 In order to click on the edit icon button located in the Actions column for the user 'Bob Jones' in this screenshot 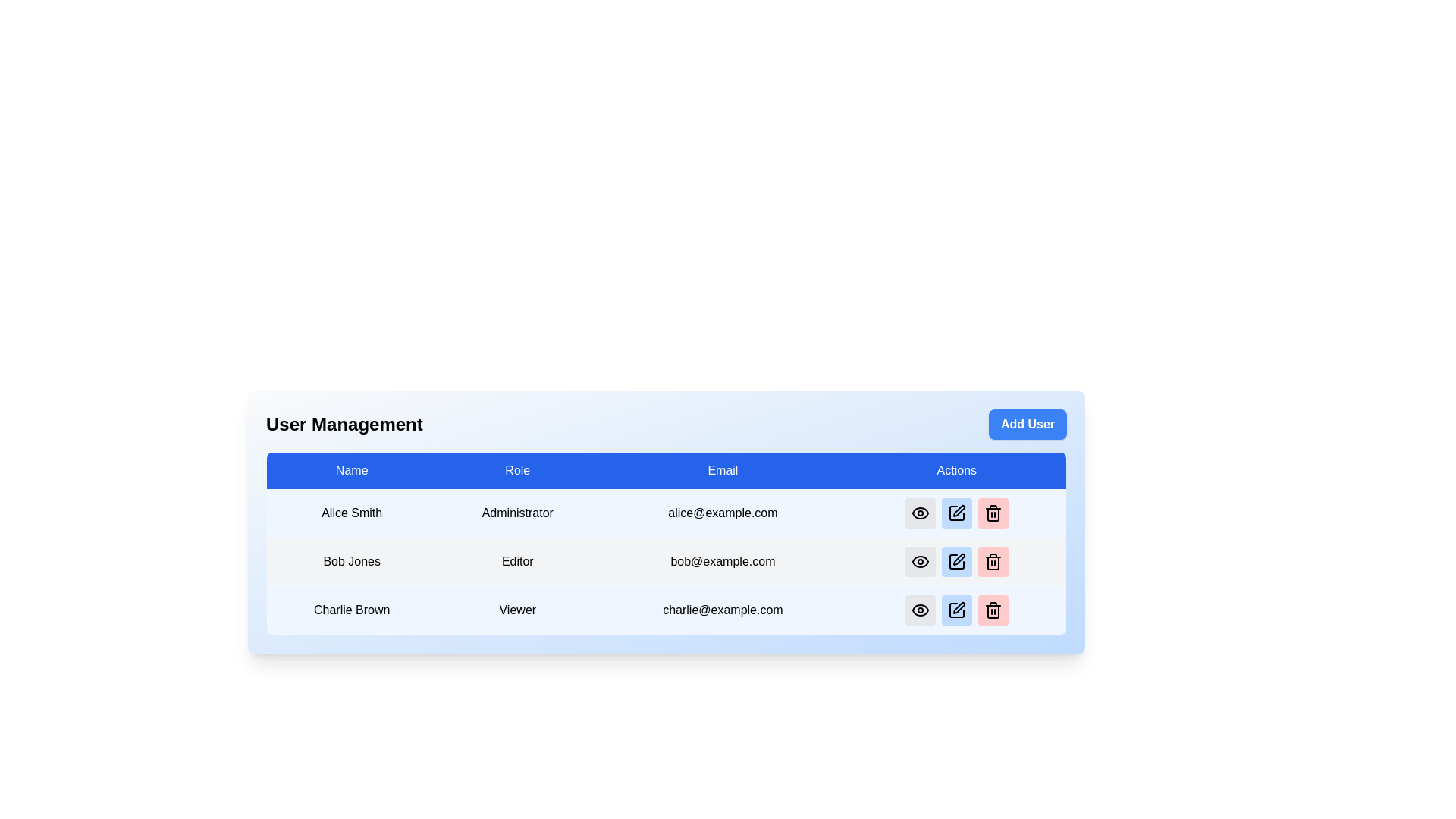, I will do `click(955, 561)`.